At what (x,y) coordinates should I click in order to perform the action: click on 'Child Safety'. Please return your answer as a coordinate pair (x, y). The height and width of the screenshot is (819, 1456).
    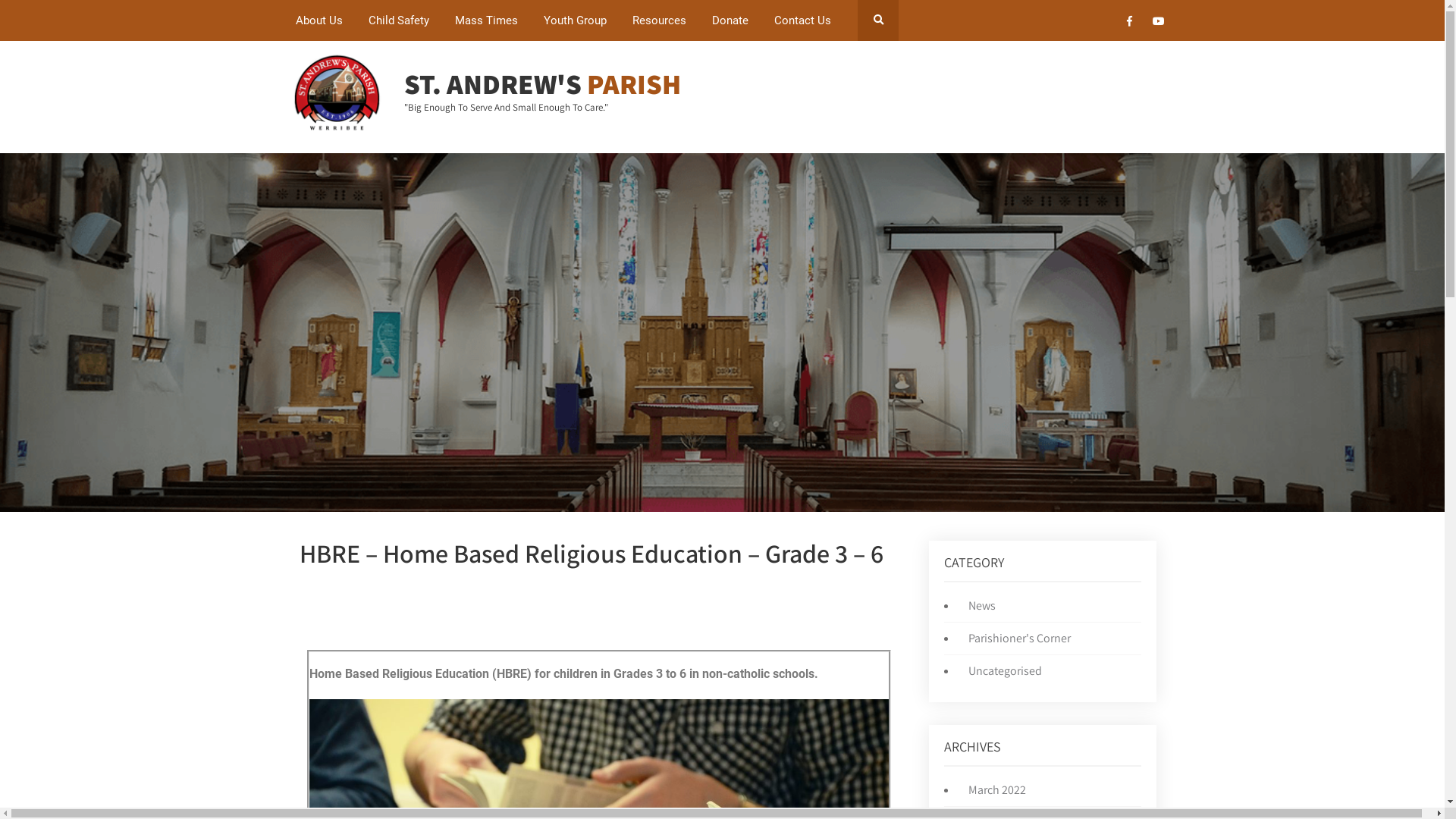
    Looking at the image, I should click on (399, 20).